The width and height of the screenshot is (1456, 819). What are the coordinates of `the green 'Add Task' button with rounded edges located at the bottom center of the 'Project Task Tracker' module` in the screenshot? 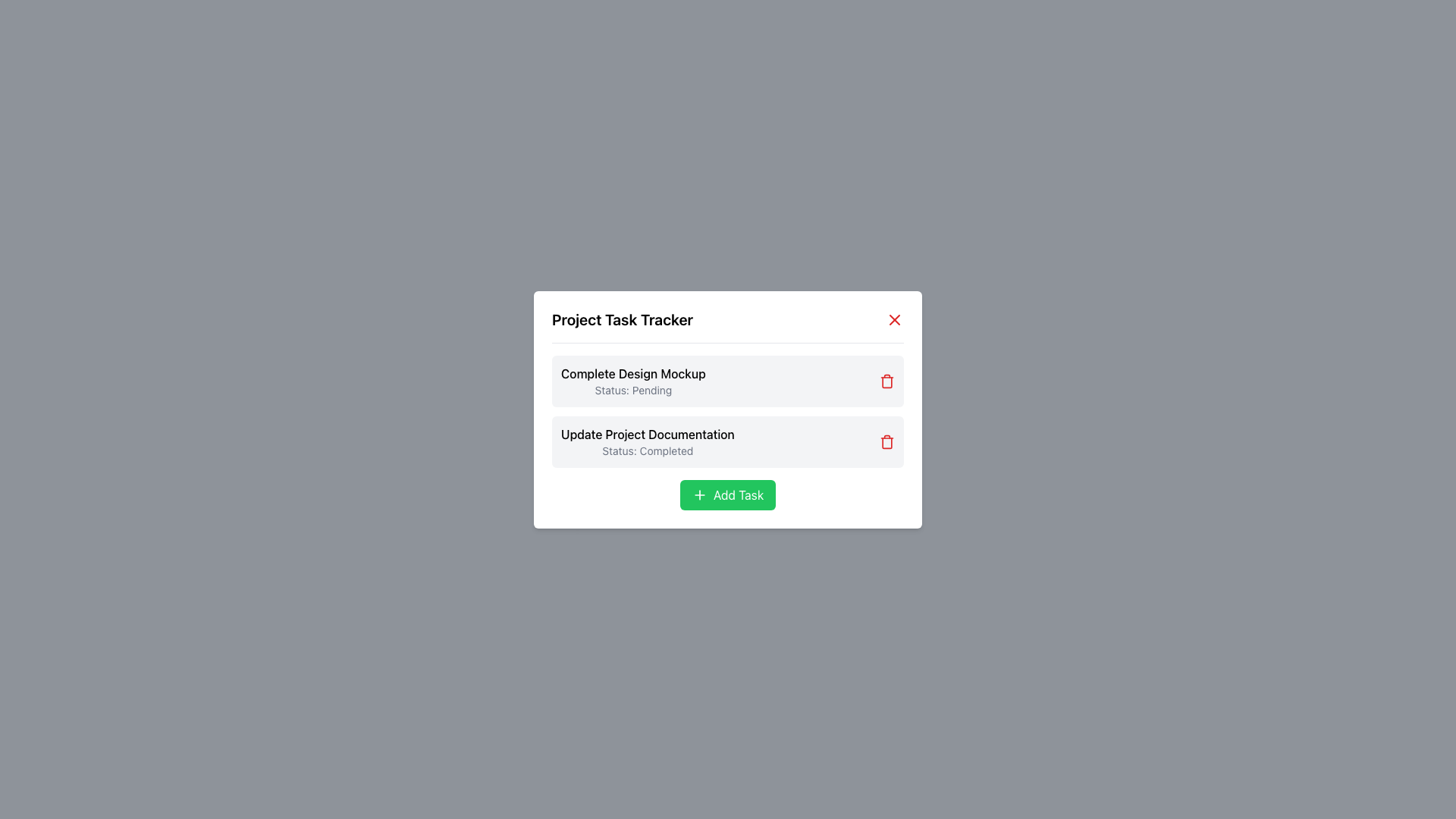 It's located at (728, 494).